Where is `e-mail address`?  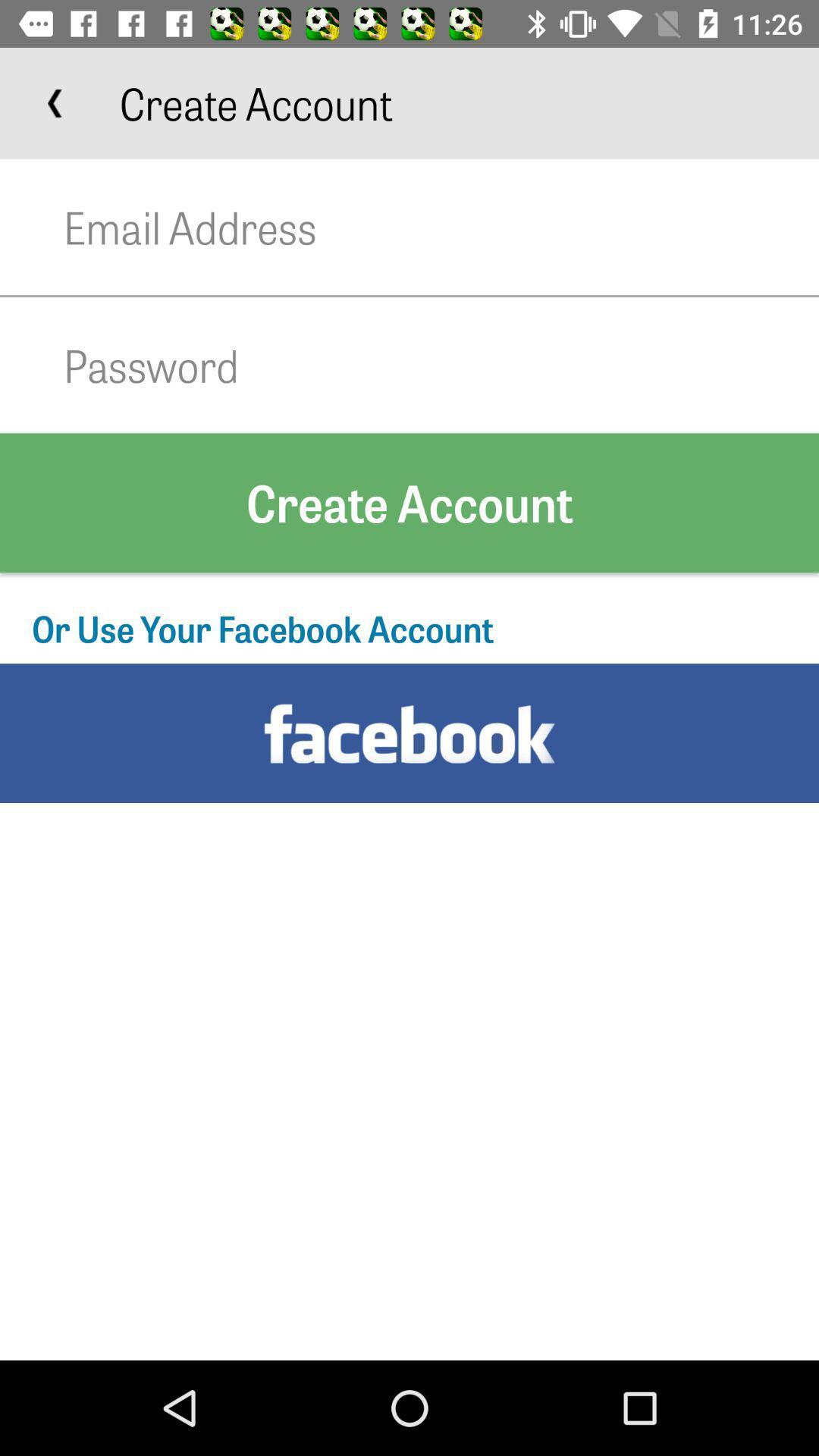 e-mail address is located at coordinates (441, 226).